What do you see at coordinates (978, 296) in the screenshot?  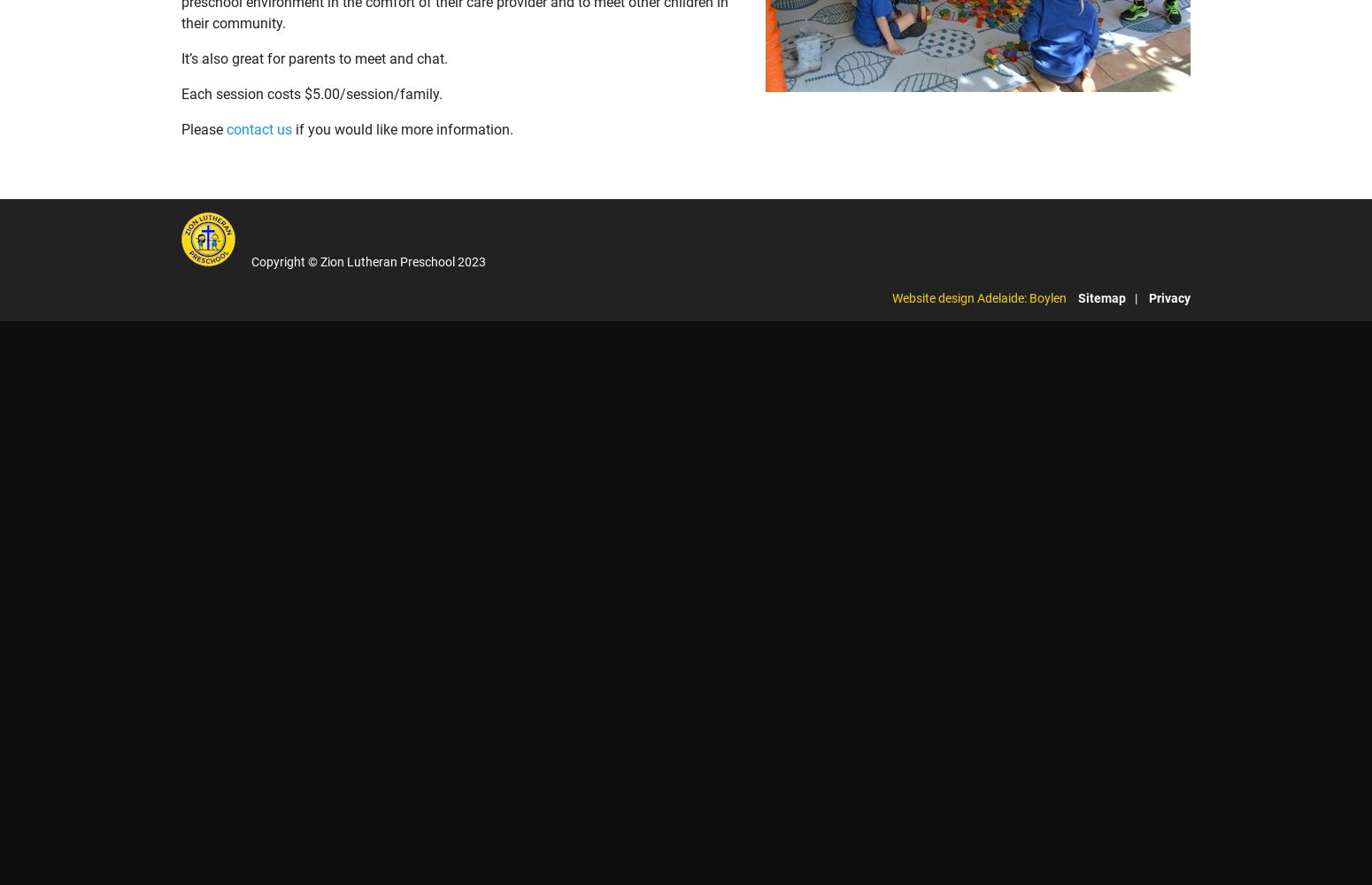 I see `'Website design Adelaide: Boylen'` at bounding box center [978, 296].